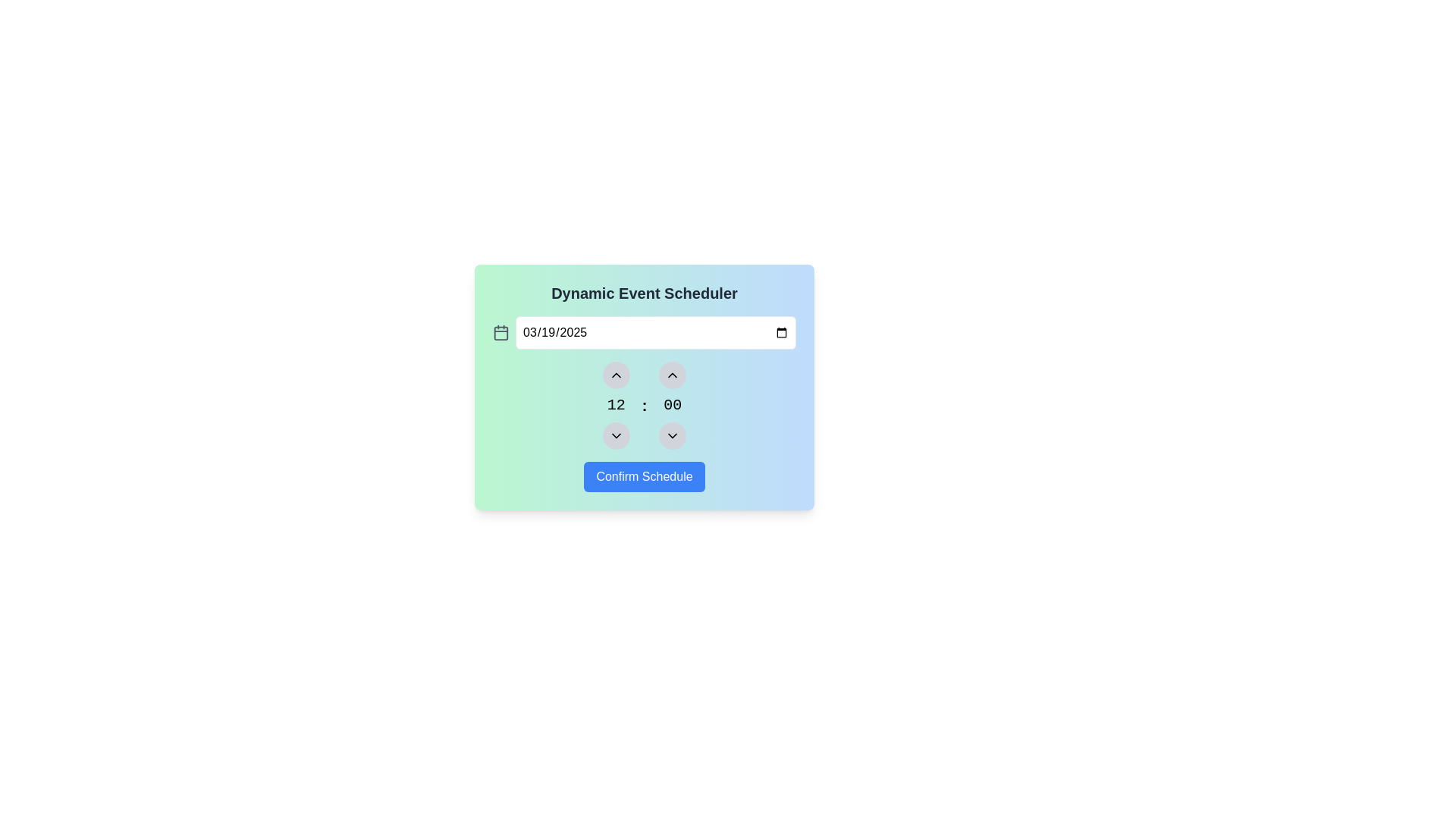 The width and height of the screenshot is (1456, 819). Describe the element at coordinates (644, 332) in the screenshot. I see `a date from the dropdown calendar in the date input field located below the title 'Dynamic Event Scheduler'` at that location.